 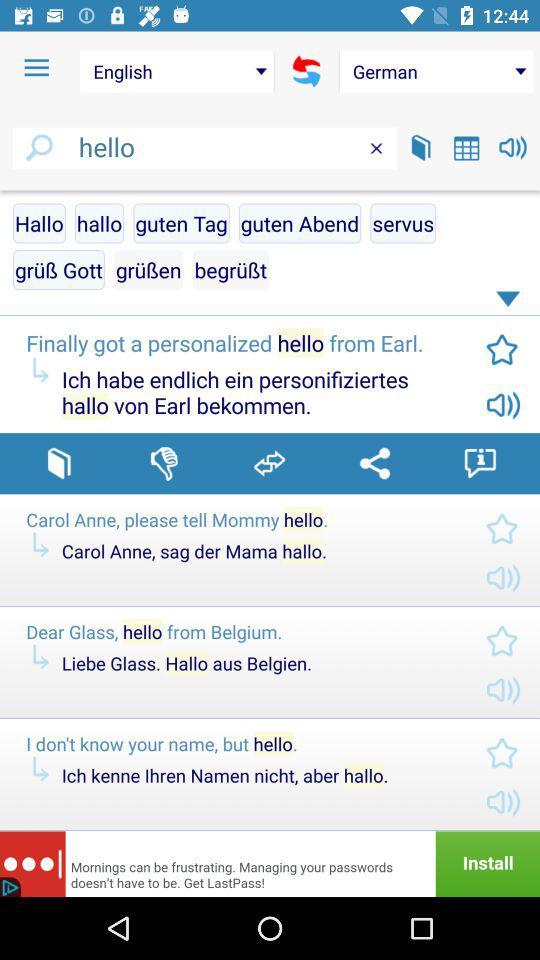 What do you see at coordinates (181, 223) in the screenshot?
I see `icon next to guten abend item` at bounding box center [181, 223].